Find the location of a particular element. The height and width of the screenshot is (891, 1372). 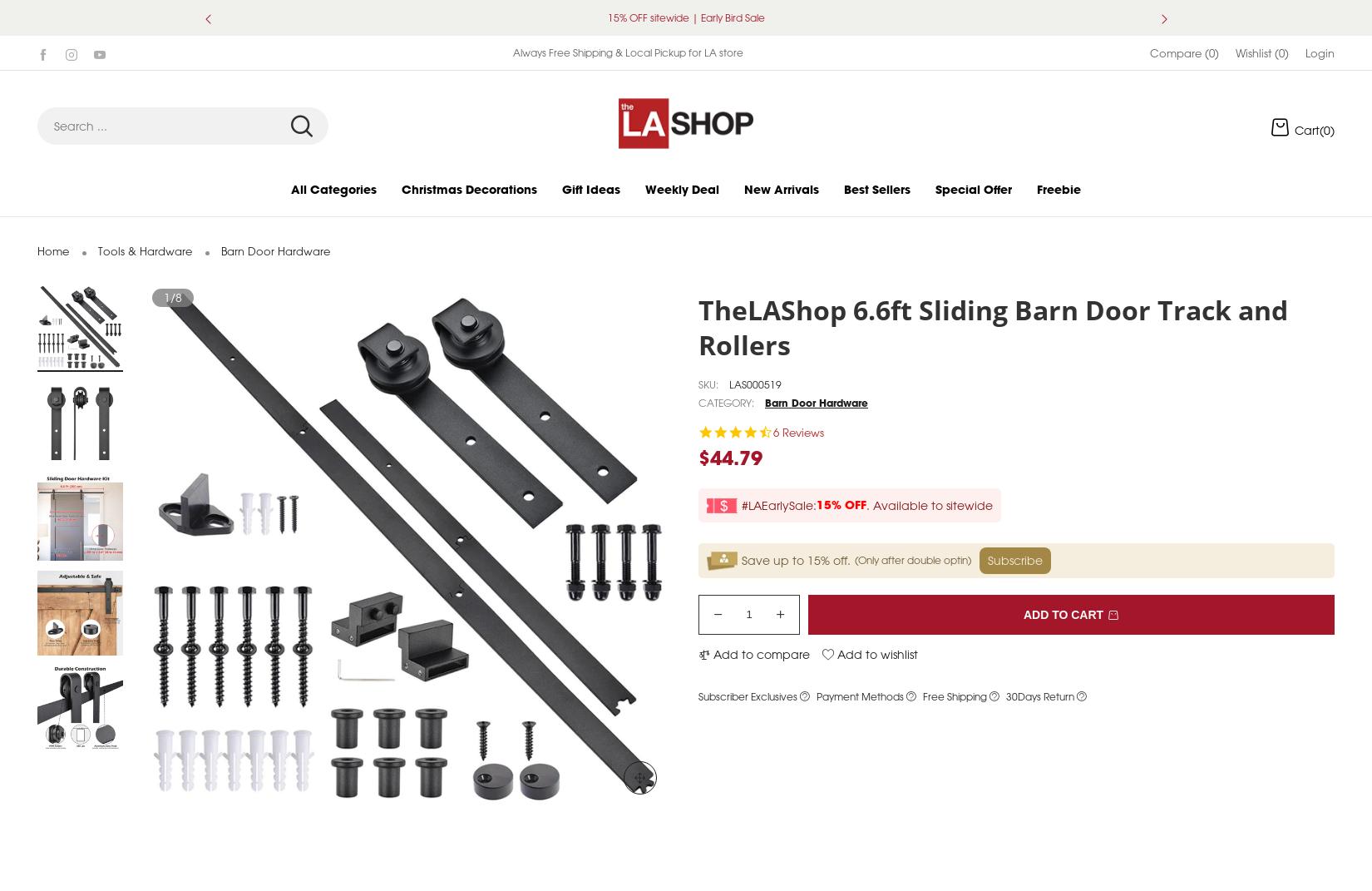

'Freebie' is located at coordinates (1058, 207).